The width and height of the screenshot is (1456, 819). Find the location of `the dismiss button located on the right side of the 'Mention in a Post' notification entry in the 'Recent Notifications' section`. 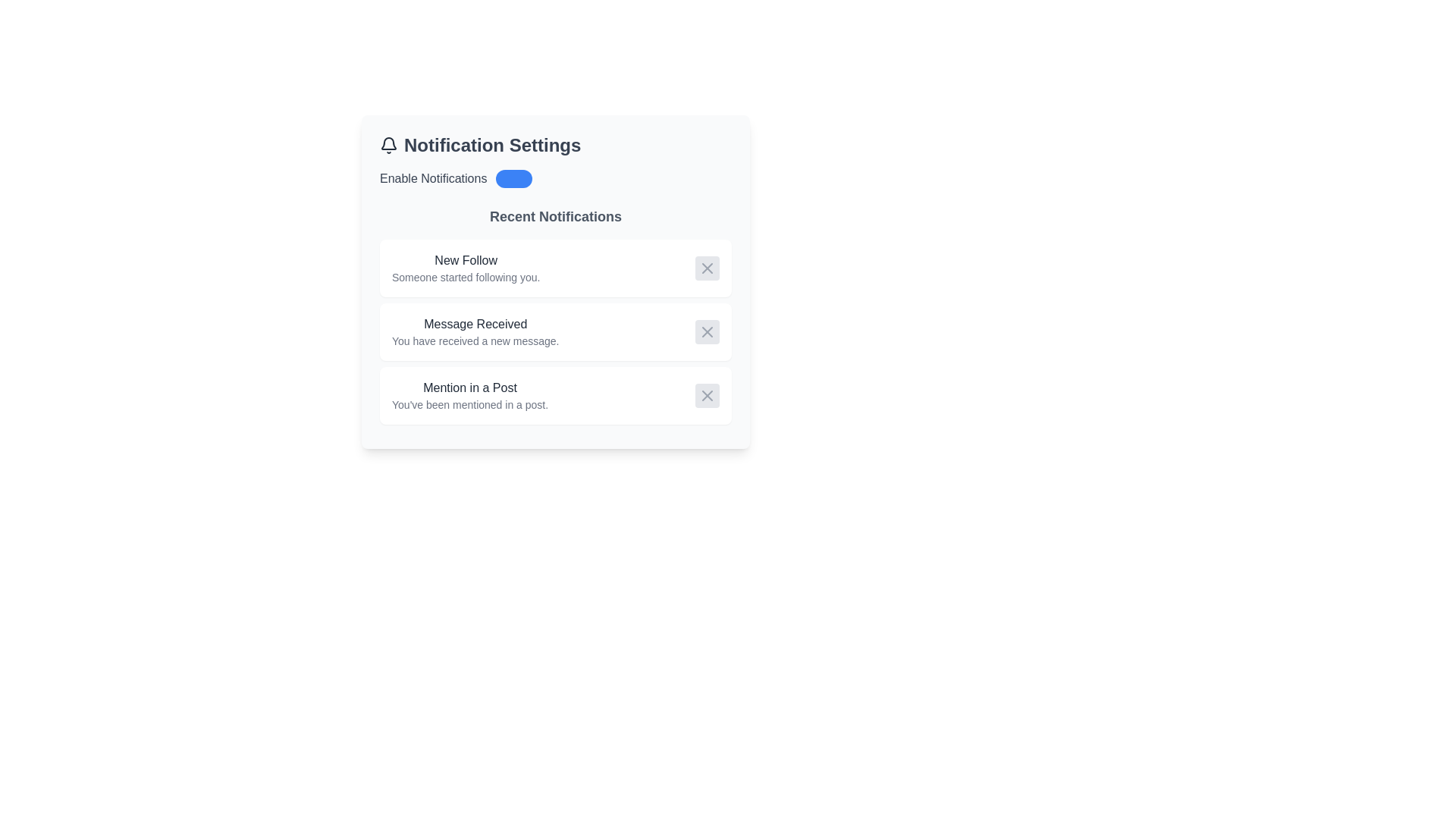

the dismiss button located on the right side of the 'Mention in a Post' notification entry in the 'Recent Notifications' section is located at coordinates (706, 394).